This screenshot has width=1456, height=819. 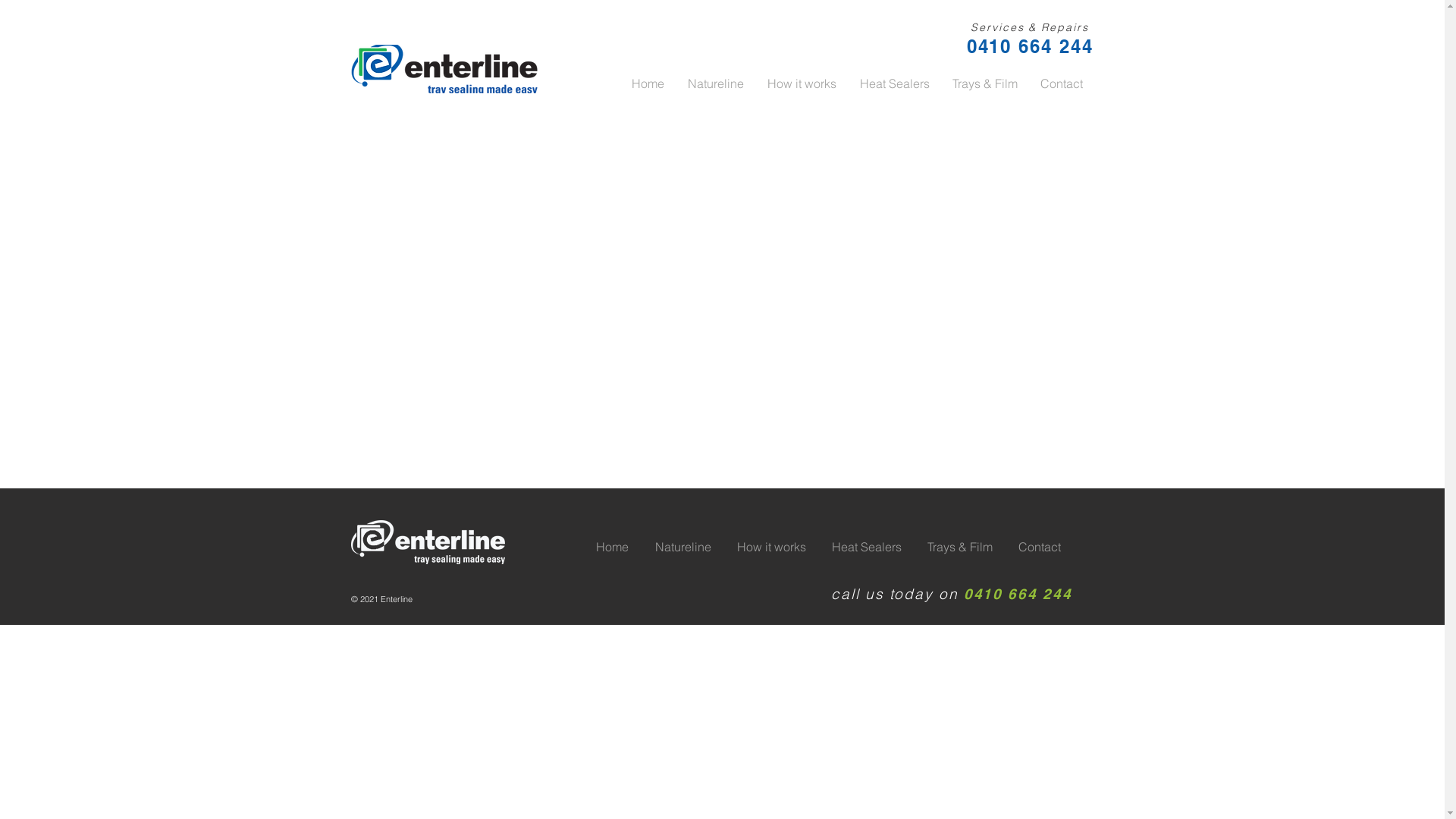 What do you see at coordinates (984, 83) in the screenshot?
I see `'Trays & Film'` at bounding box center [984, 83].